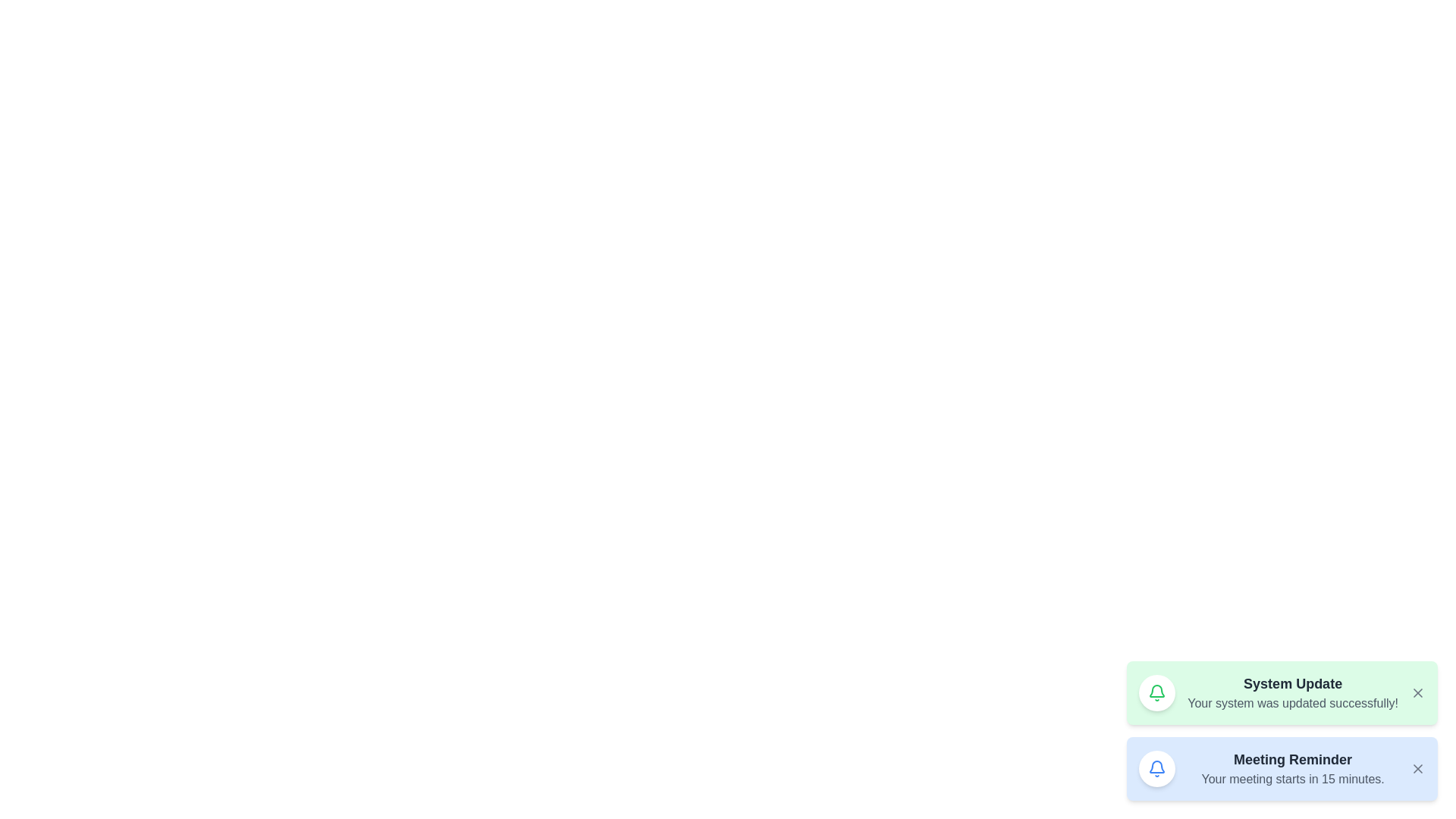 This screenshot has height=819, width=1456. What do you see at coordinates (1281, 693) in the screenshot?
I see `the notification titled 'System Update'` at bounding box center [1281, 693].